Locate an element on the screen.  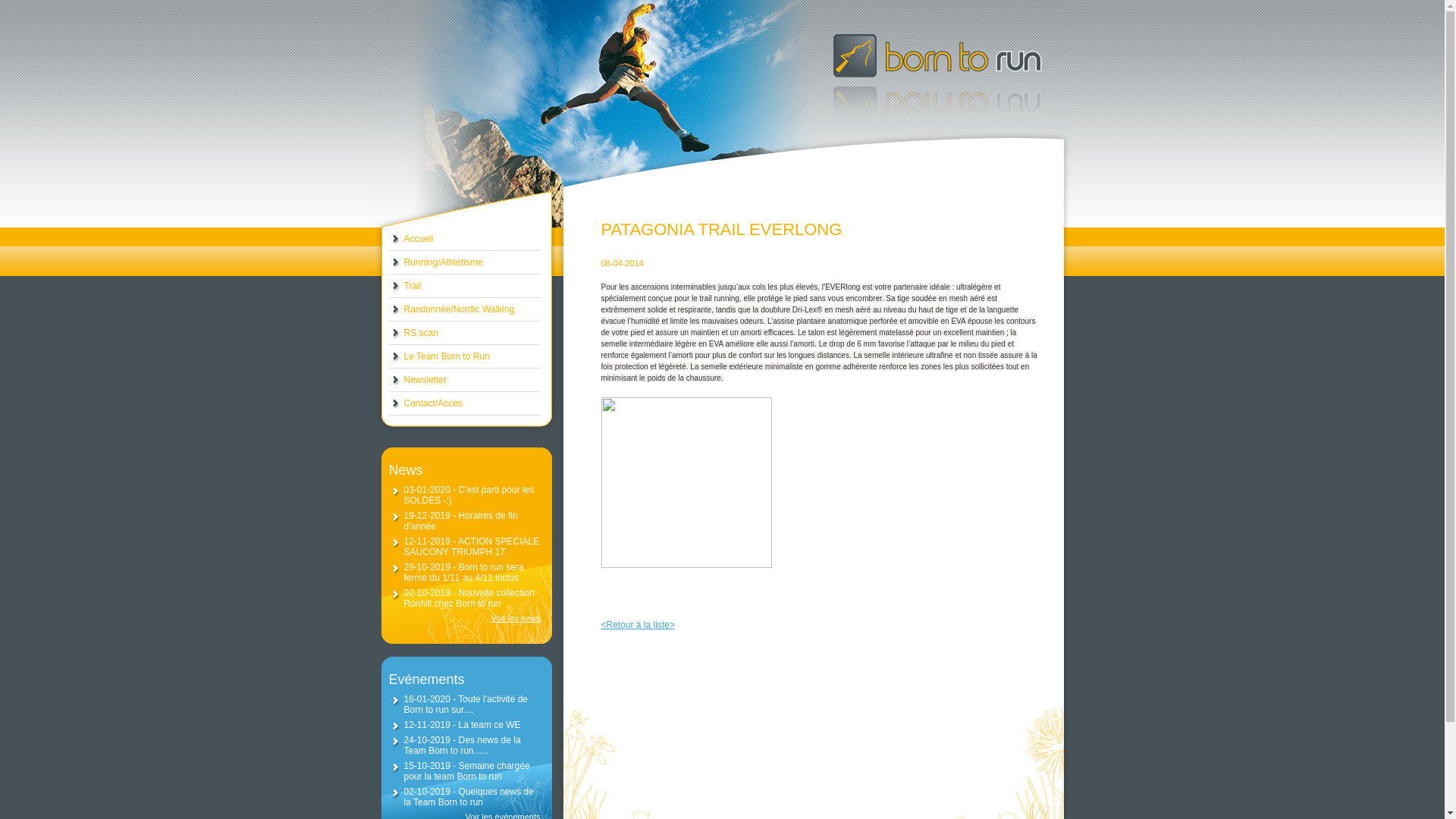
'12-11-2019 - ACTION SPECIALE SAUCONY TRIUMPH 17' is located at coordinates (470, 547).